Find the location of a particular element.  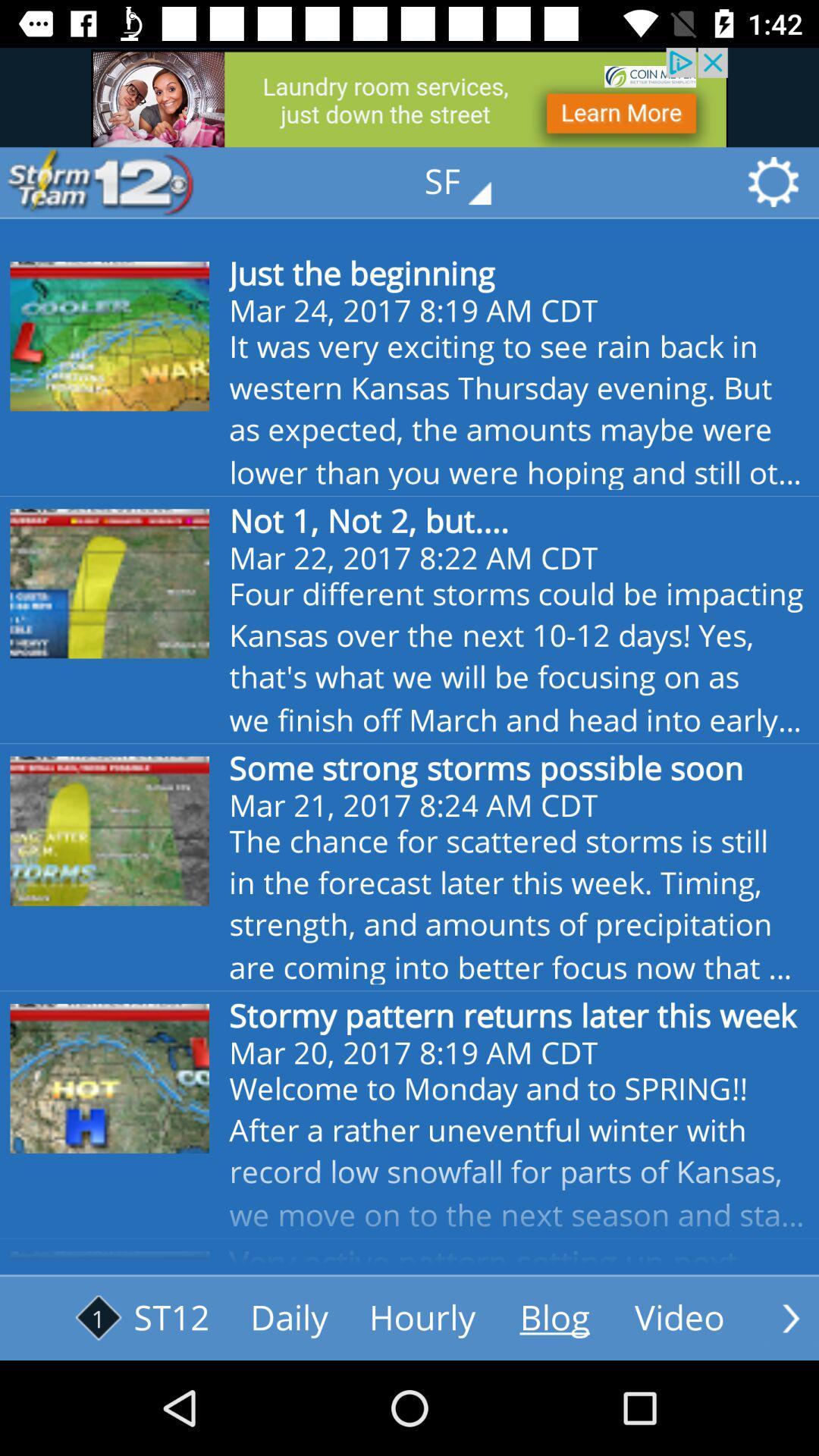

the arrow_forward icon is located at coordinates (790, 1317).